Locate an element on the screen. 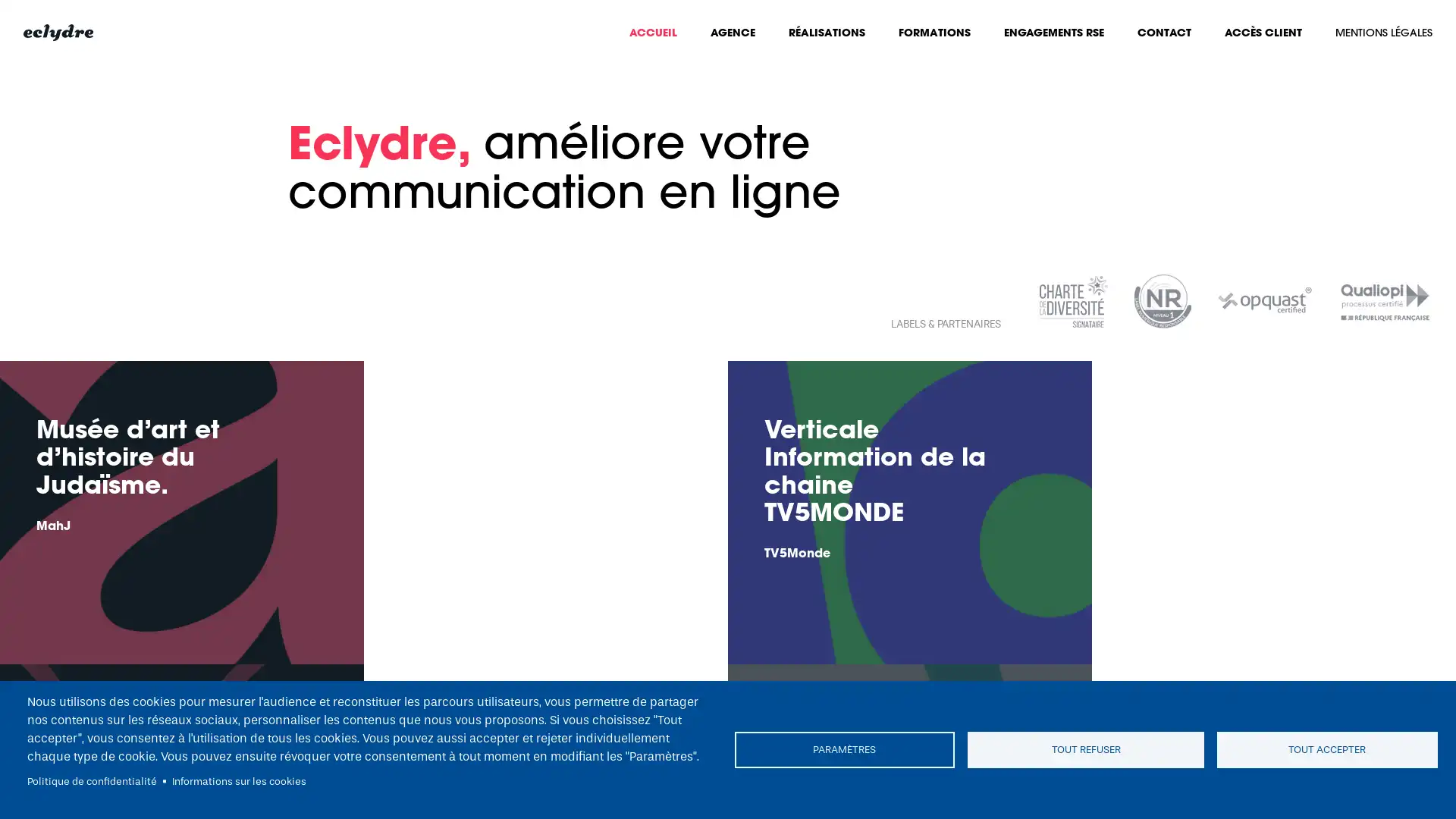  TOUT ACCEPTER is located at coordinates (1323, 748).